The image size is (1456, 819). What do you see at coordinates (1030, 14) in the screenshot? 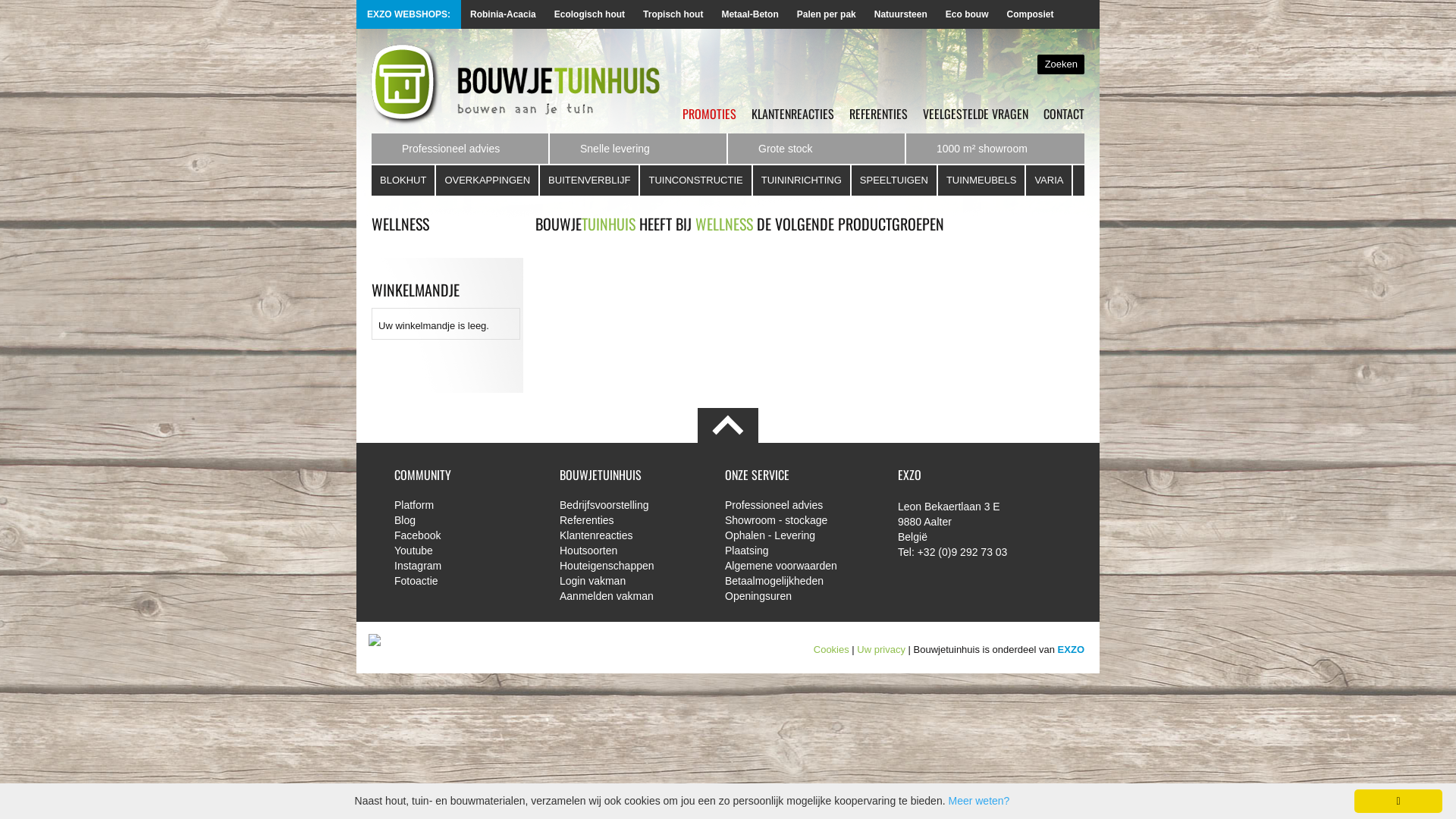
I see `'Composiet'` at bounding box center [1030, 14].